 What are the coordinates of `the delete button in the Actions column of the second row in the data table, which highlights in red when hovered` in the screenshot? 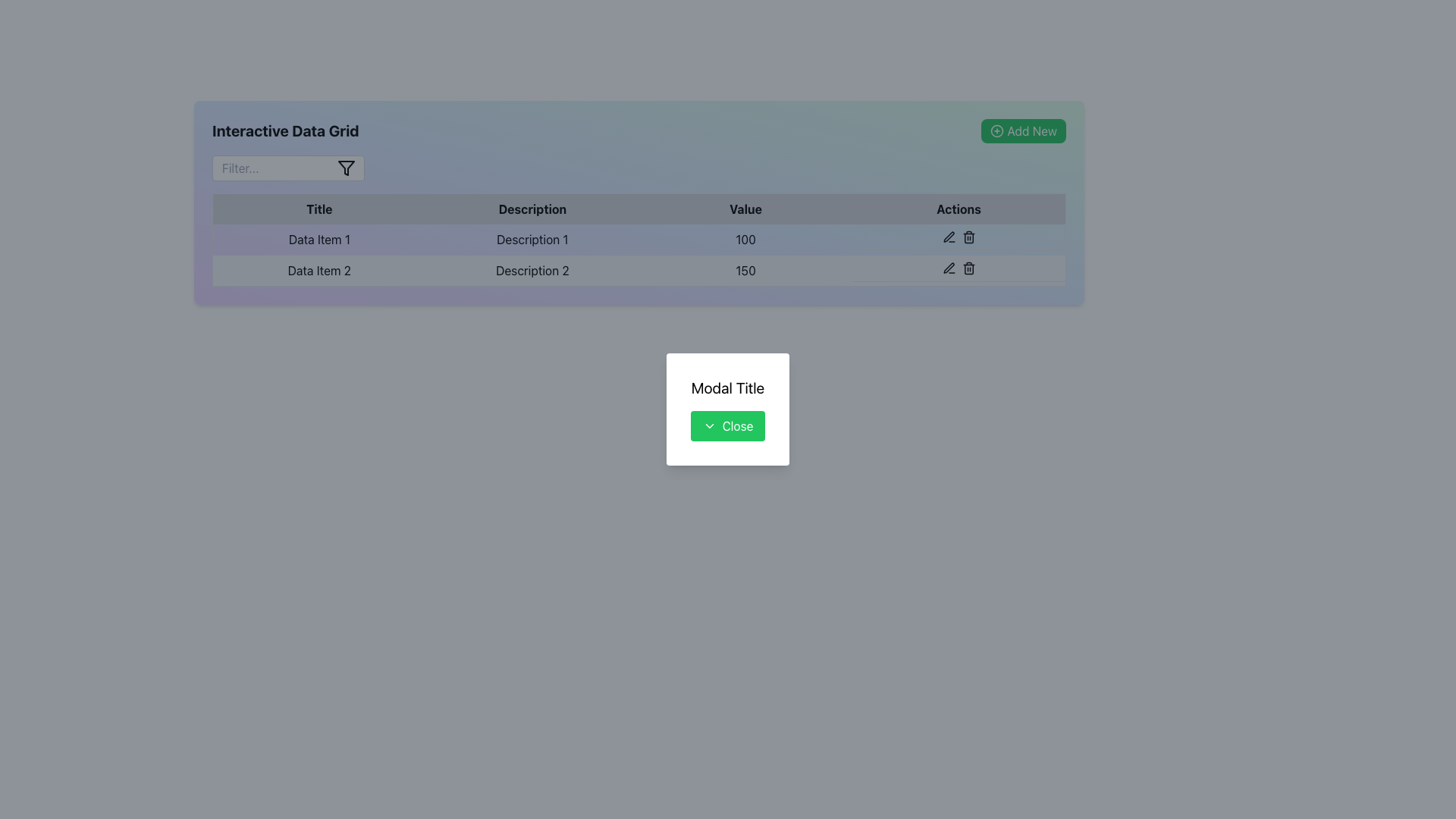 It's located at (968, 267).